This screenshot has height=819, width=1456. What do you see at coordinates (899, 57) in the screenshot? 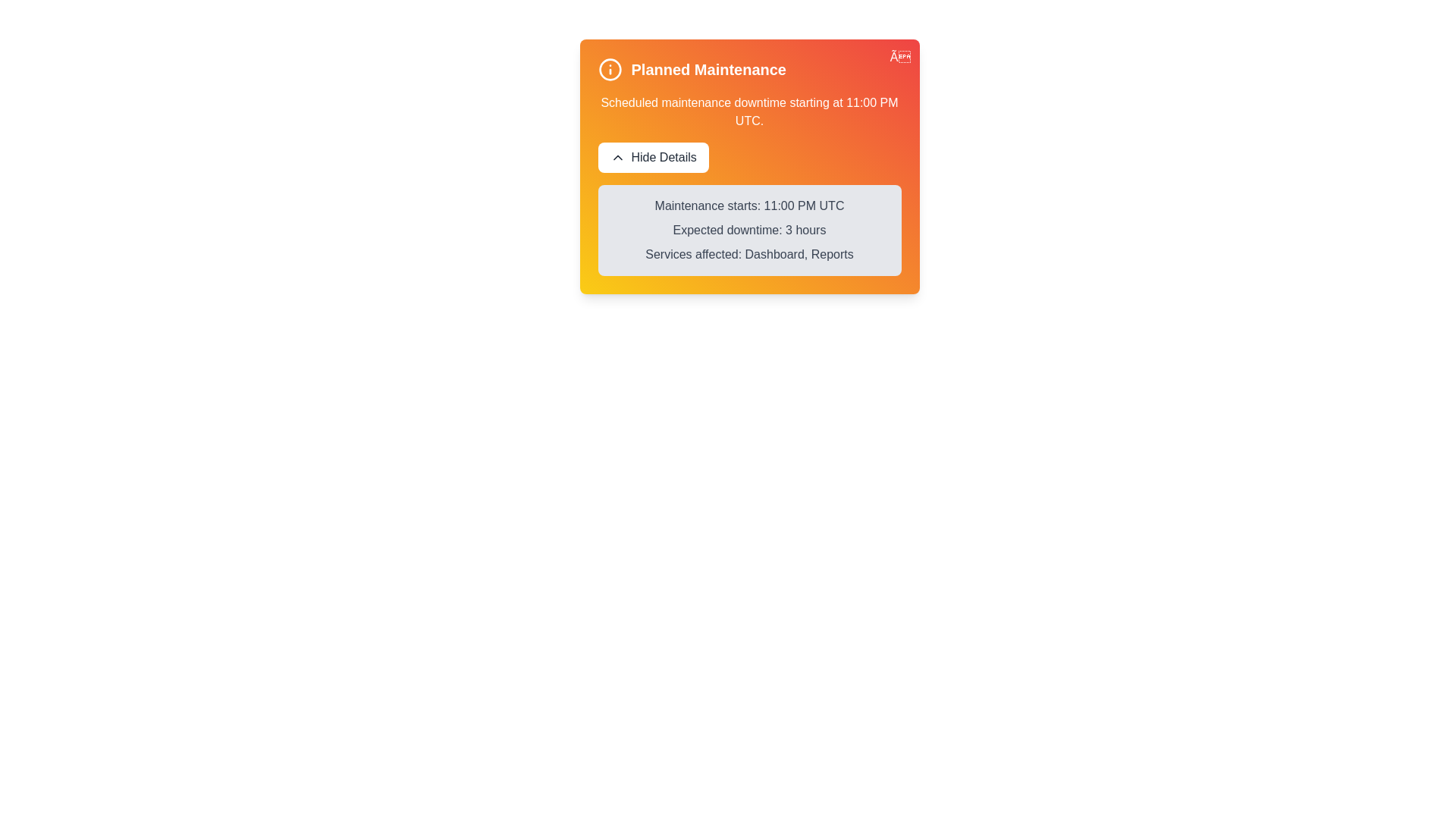
I see `the close button to close the alert` at bounding box center [899, 57].